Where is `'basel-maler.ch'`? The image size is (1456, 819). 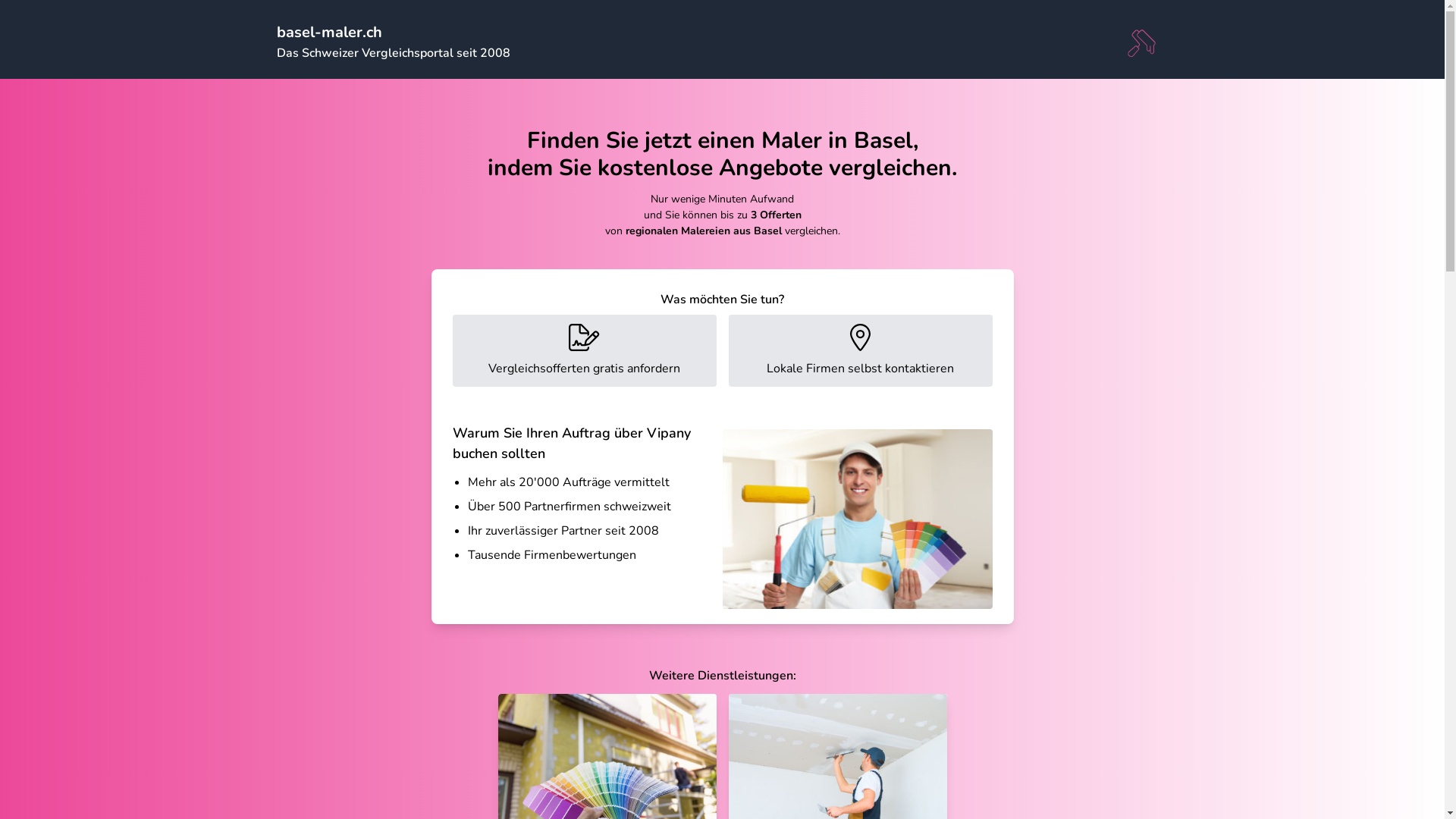 'basel-maler.ch' is located at coordinates (328, 32).